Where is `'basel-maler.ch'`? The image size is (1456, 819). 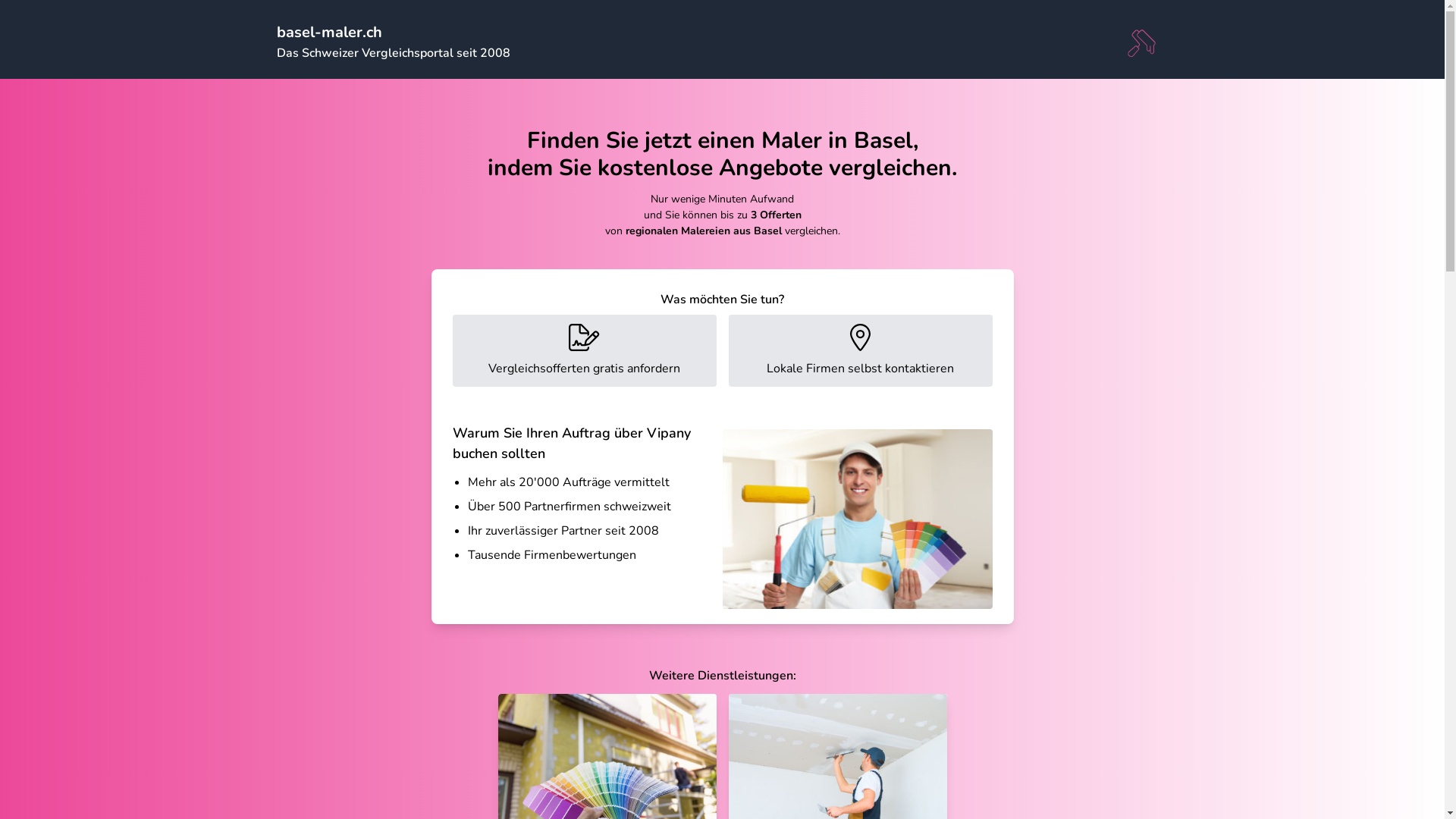 'basel-maler.ch' is located at coordinates (328, 32).